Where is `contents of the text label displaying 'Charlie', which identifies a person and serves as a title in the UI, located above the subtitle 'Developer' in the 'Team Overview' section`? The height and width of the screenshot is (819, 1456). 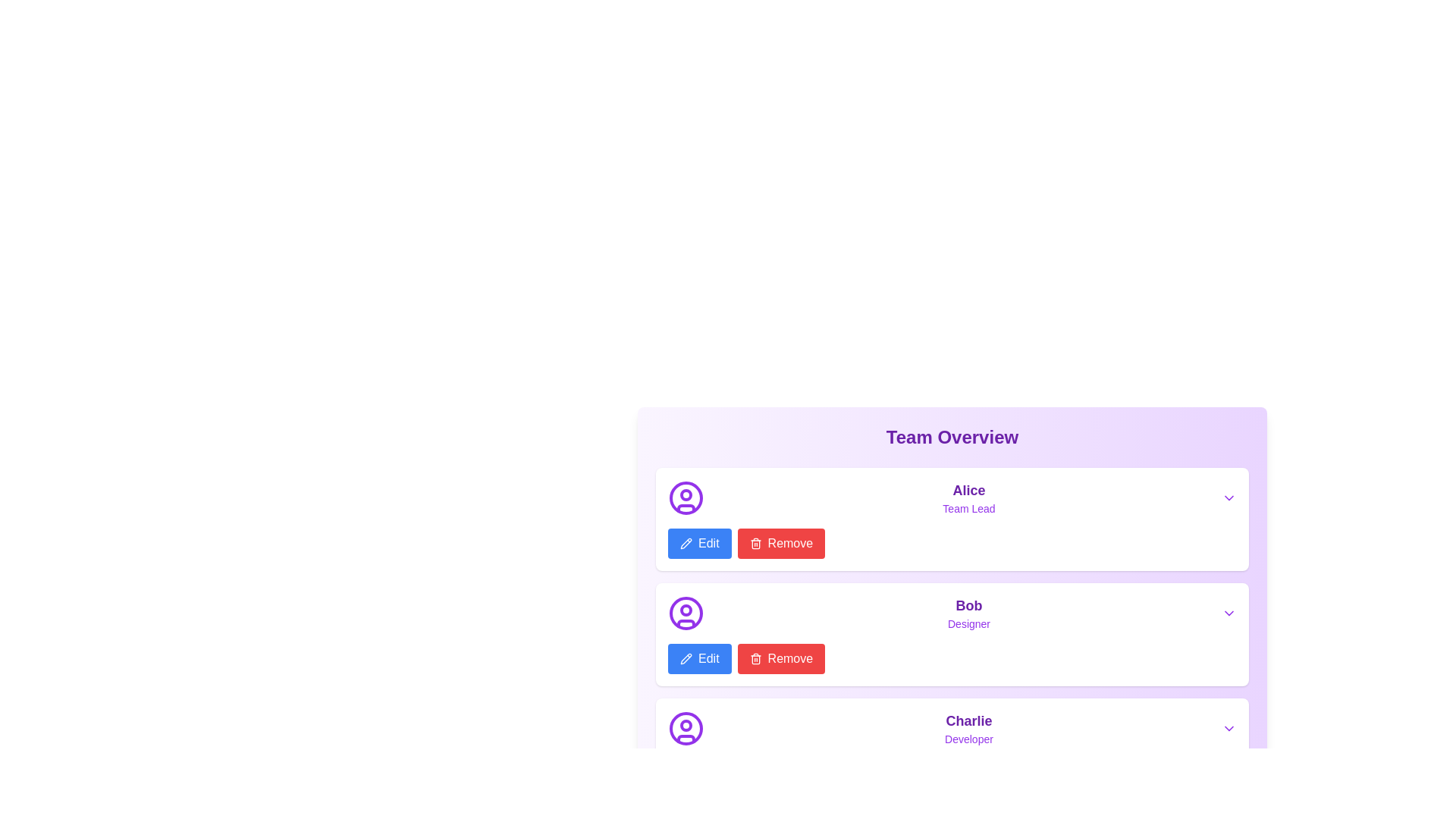
contents of the text label displaying 'Charlie', which identifies a person and serves as a title in the UI, located above the subtitle 'Developer' in the 'Team Overview' section is located at coordinates (968, 720).